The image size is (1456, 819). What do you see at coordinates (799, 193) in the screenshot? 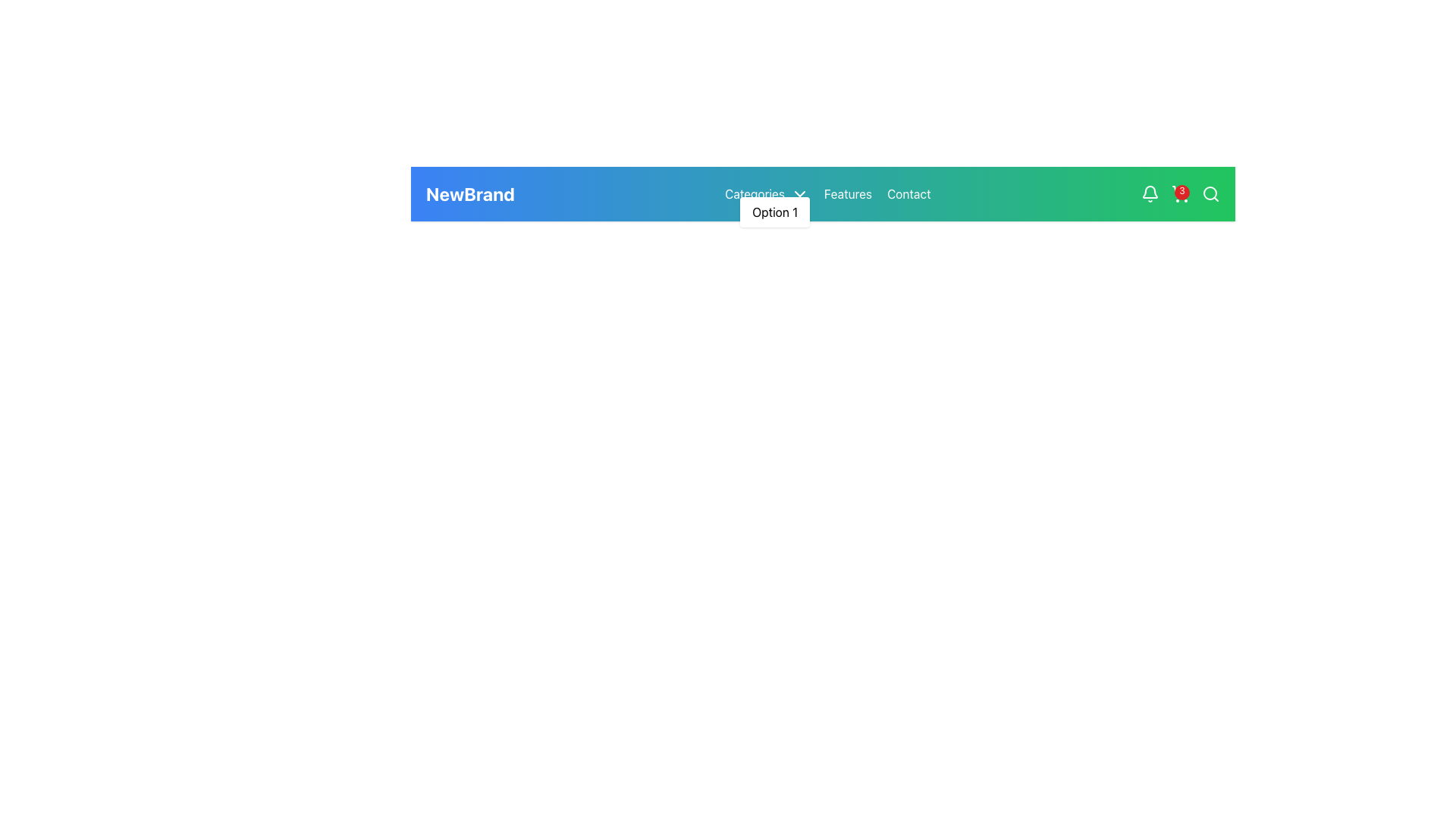
I see `the Dropdown Trigger Icon located to the right of the 'Categories' text` at bounding box center [799, 193].